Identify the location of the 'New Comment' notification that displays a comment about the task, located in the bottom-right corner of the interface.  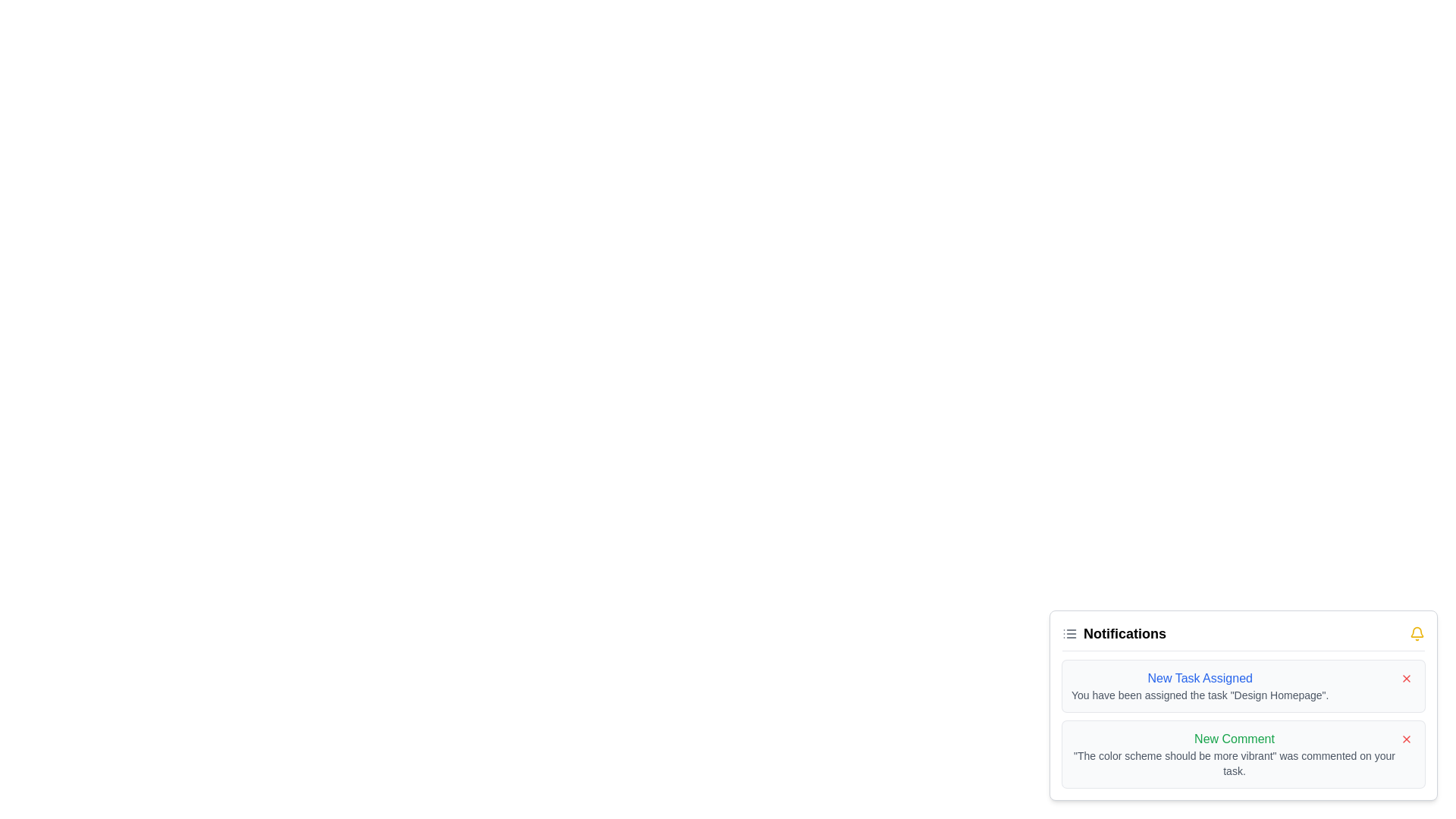
(1234, 755).